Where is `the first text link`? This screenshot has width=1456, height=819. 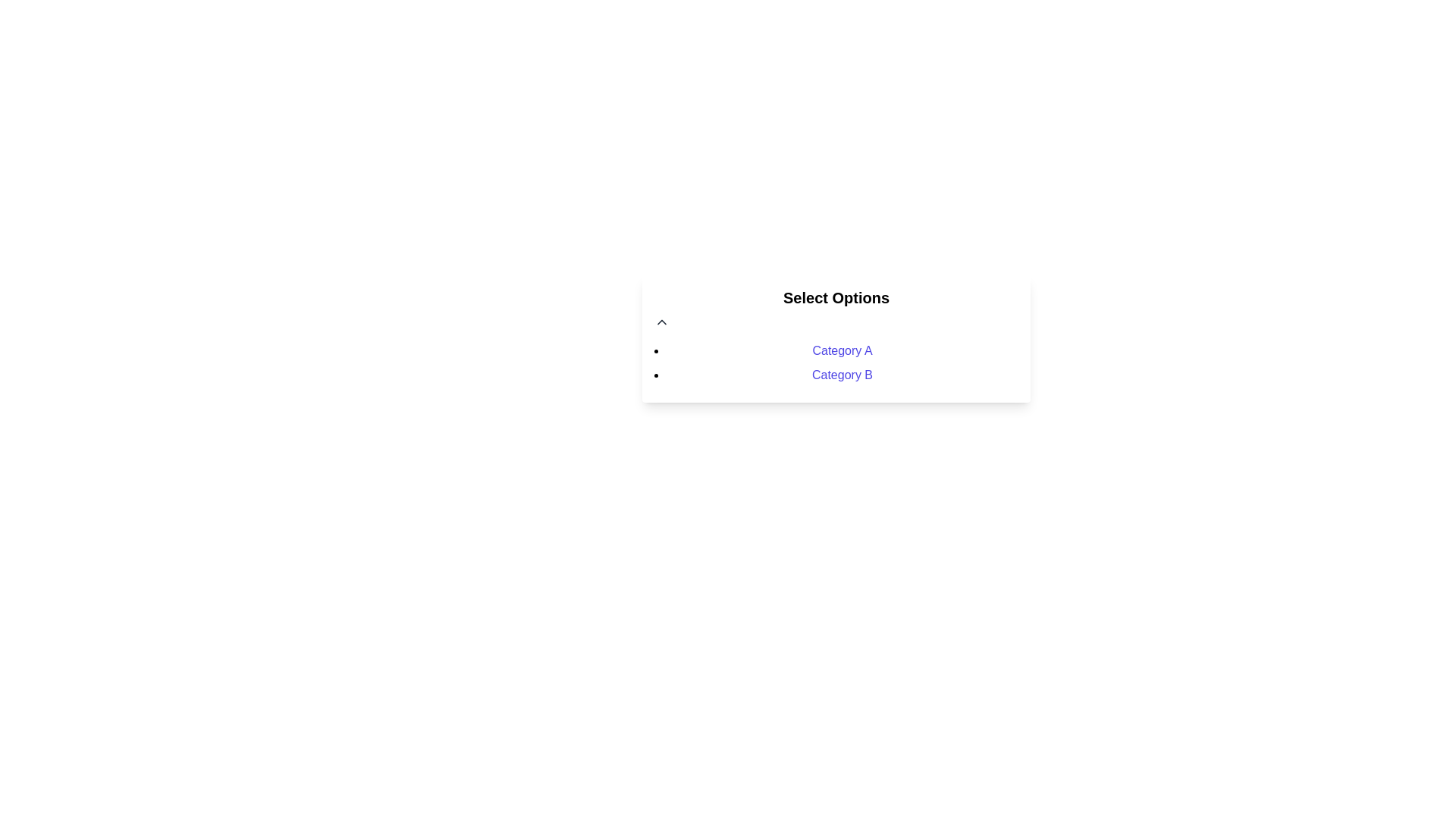
the first text link is located at coordinates (841, 350).